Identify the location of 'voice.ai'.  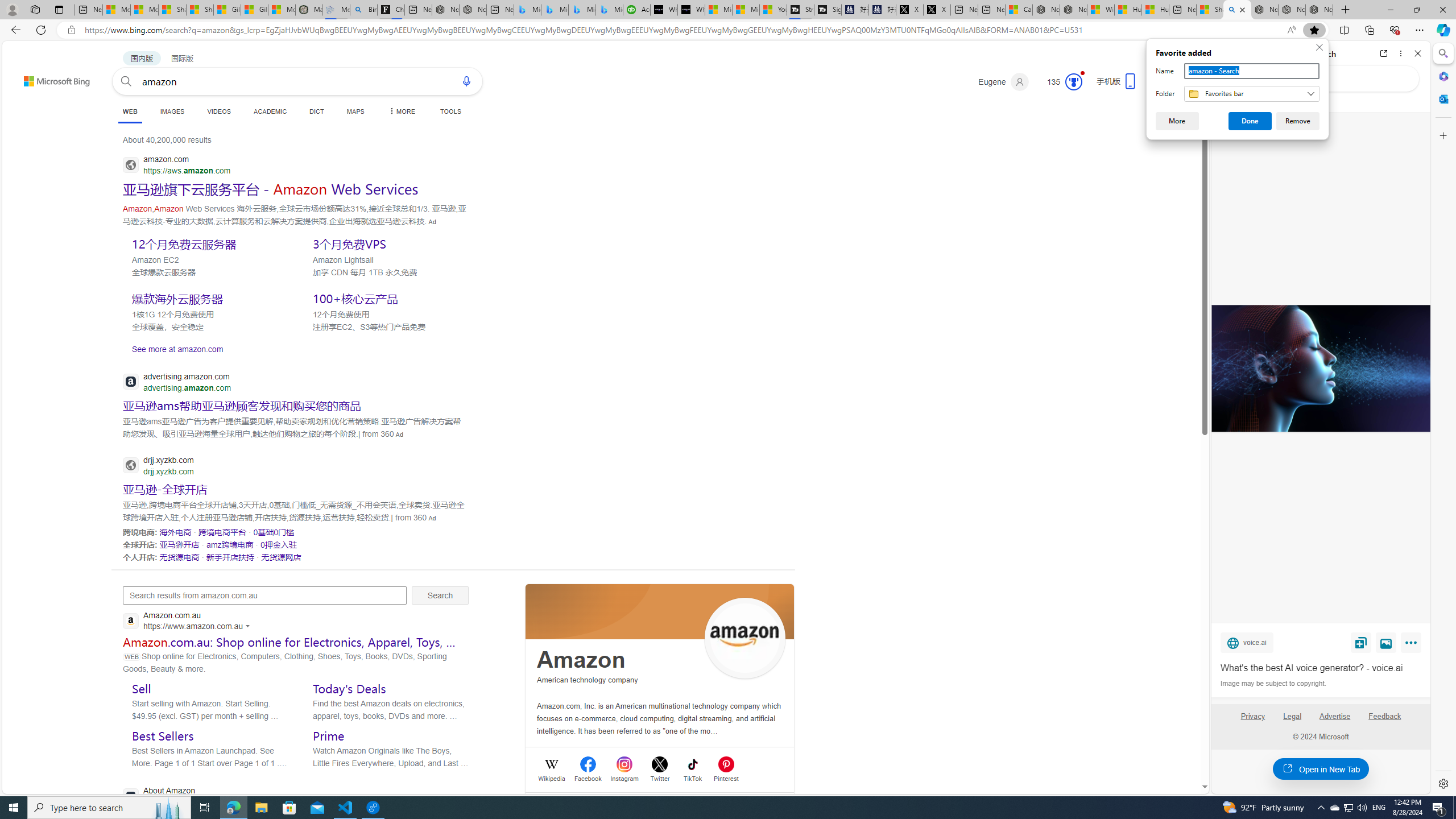
(1247, 642).